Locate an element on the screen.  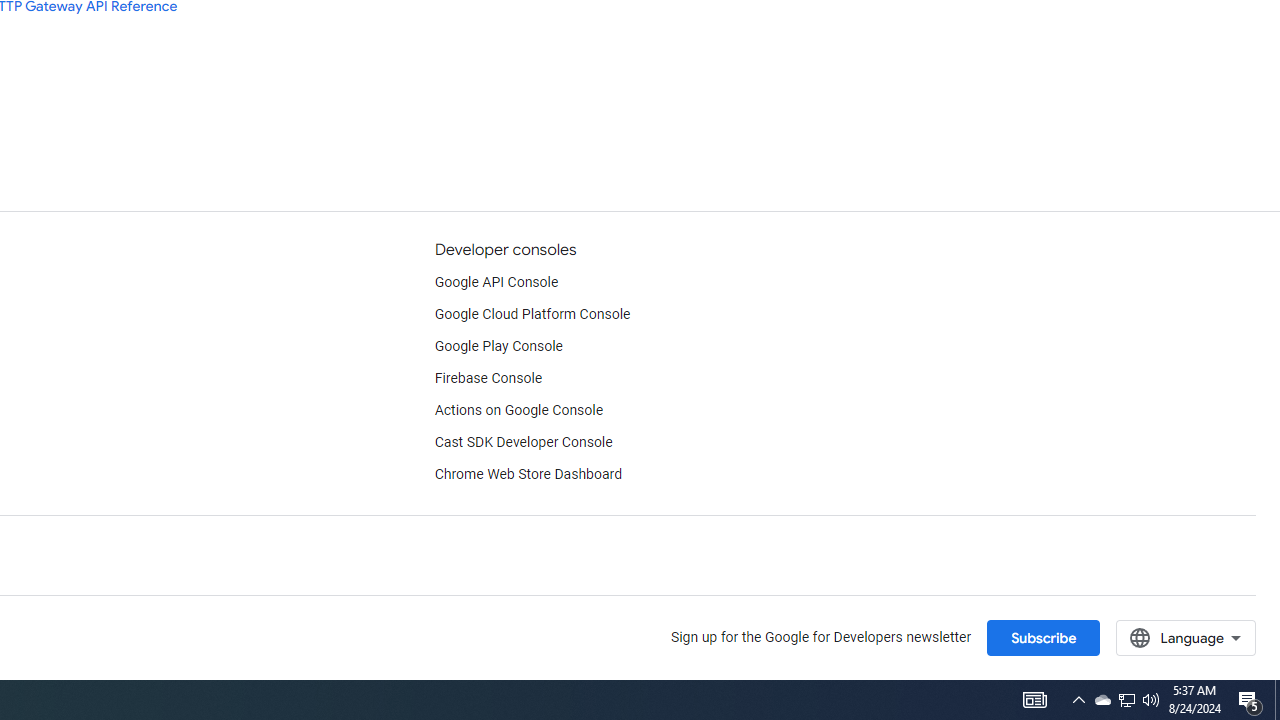
'Language' is located at coordinates (1185, 637).